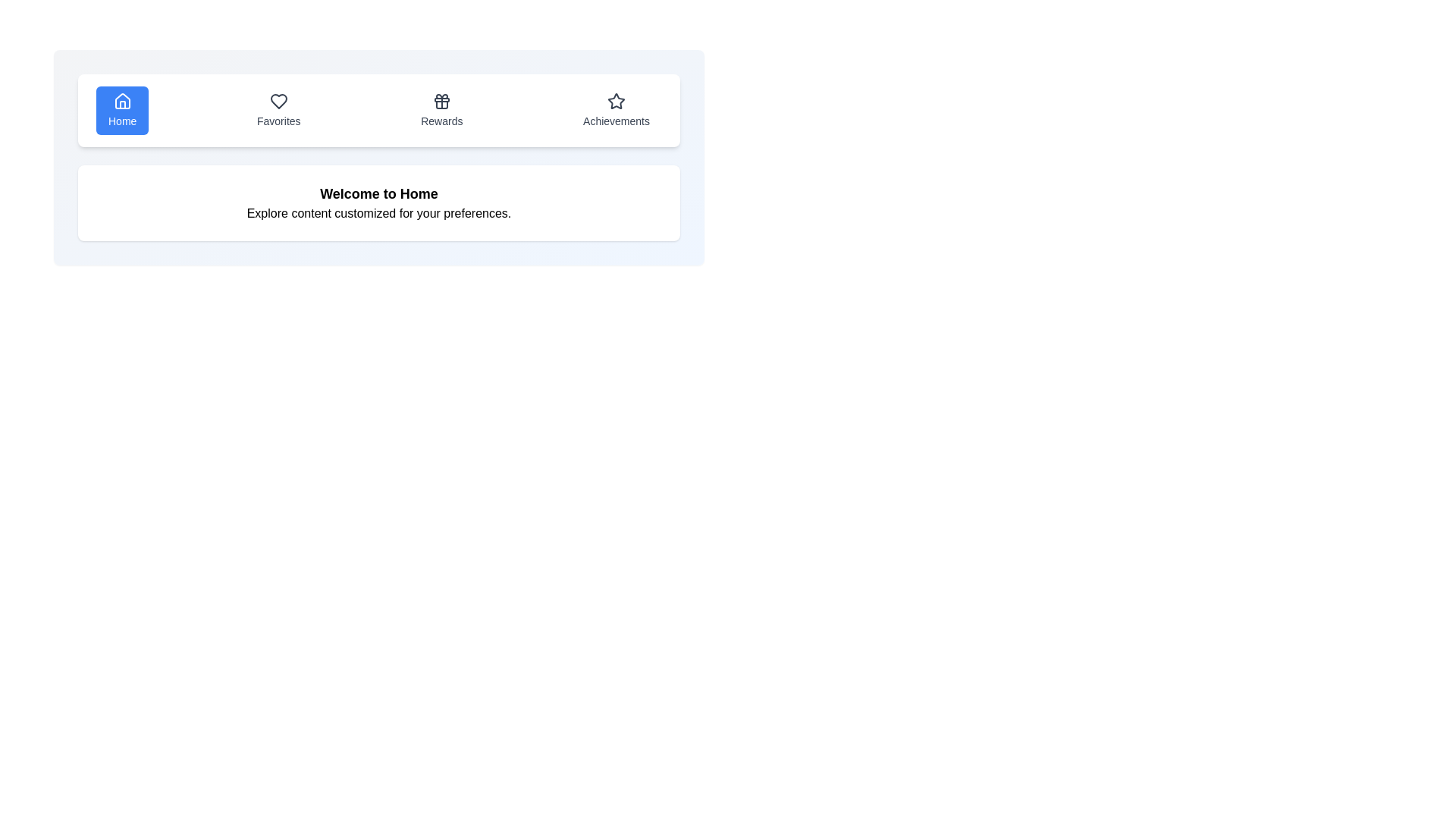 The image size is (1456, 819). I want to click on the star-shaped 'Achievements' icon in the top navigation bar, so click(617, 101).